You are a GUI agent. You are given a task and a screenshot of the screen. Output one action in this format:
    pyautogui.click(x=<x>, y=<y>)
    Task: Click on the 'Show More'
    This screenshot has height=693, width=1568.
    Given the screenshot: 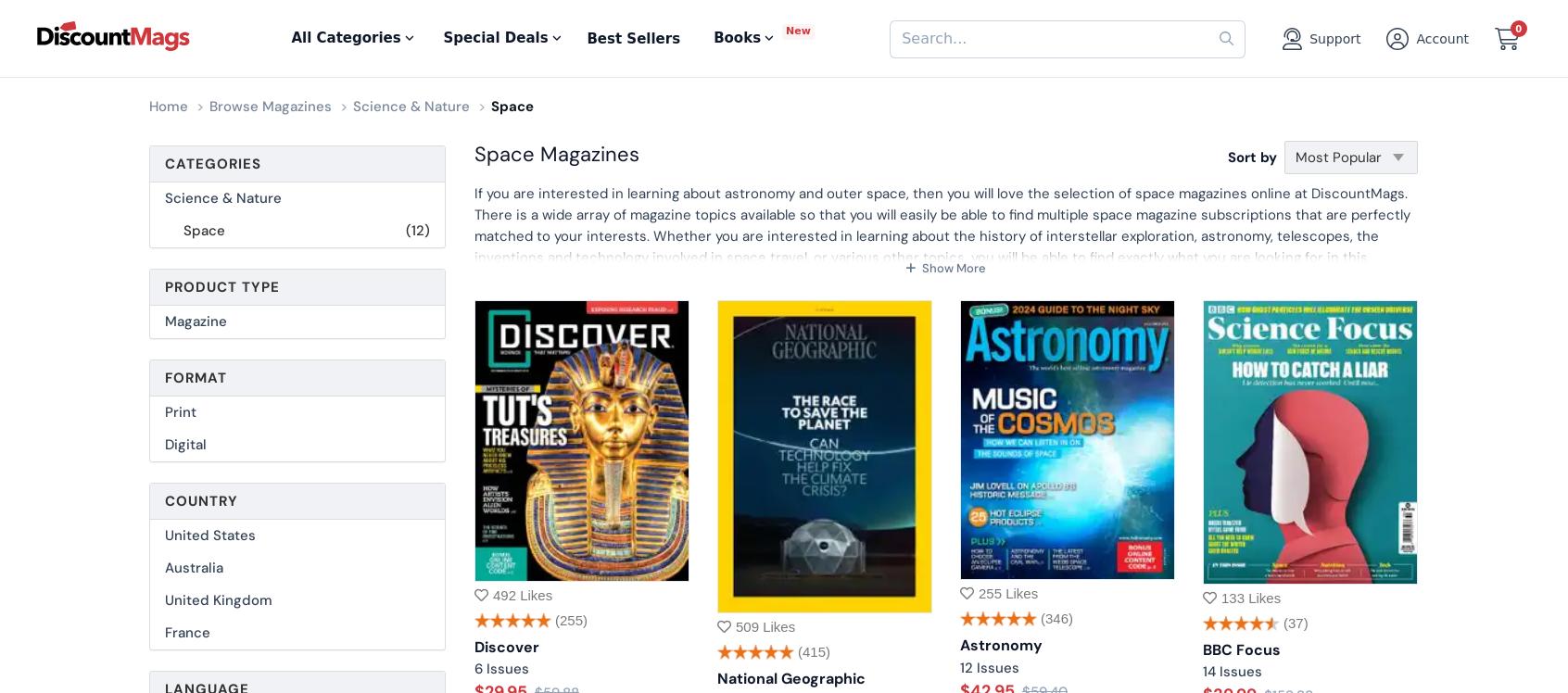 What is the action you would take?
    pyautogui.click(x=918, y=268)
    